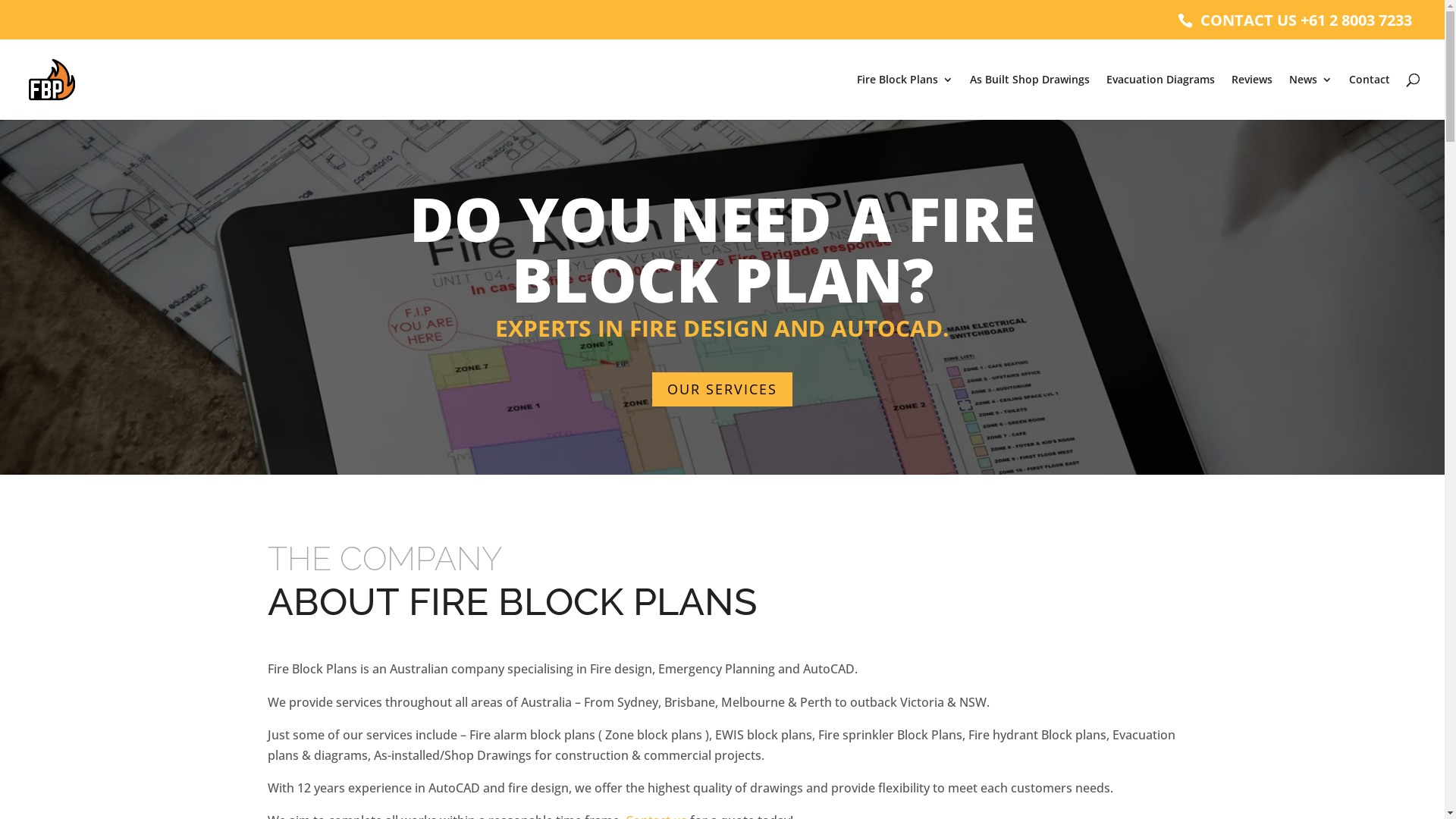  What do you see at coordinates (1369, 96) in the screenshot?
I see `'Contact'` at bounding box center [1369, 96].